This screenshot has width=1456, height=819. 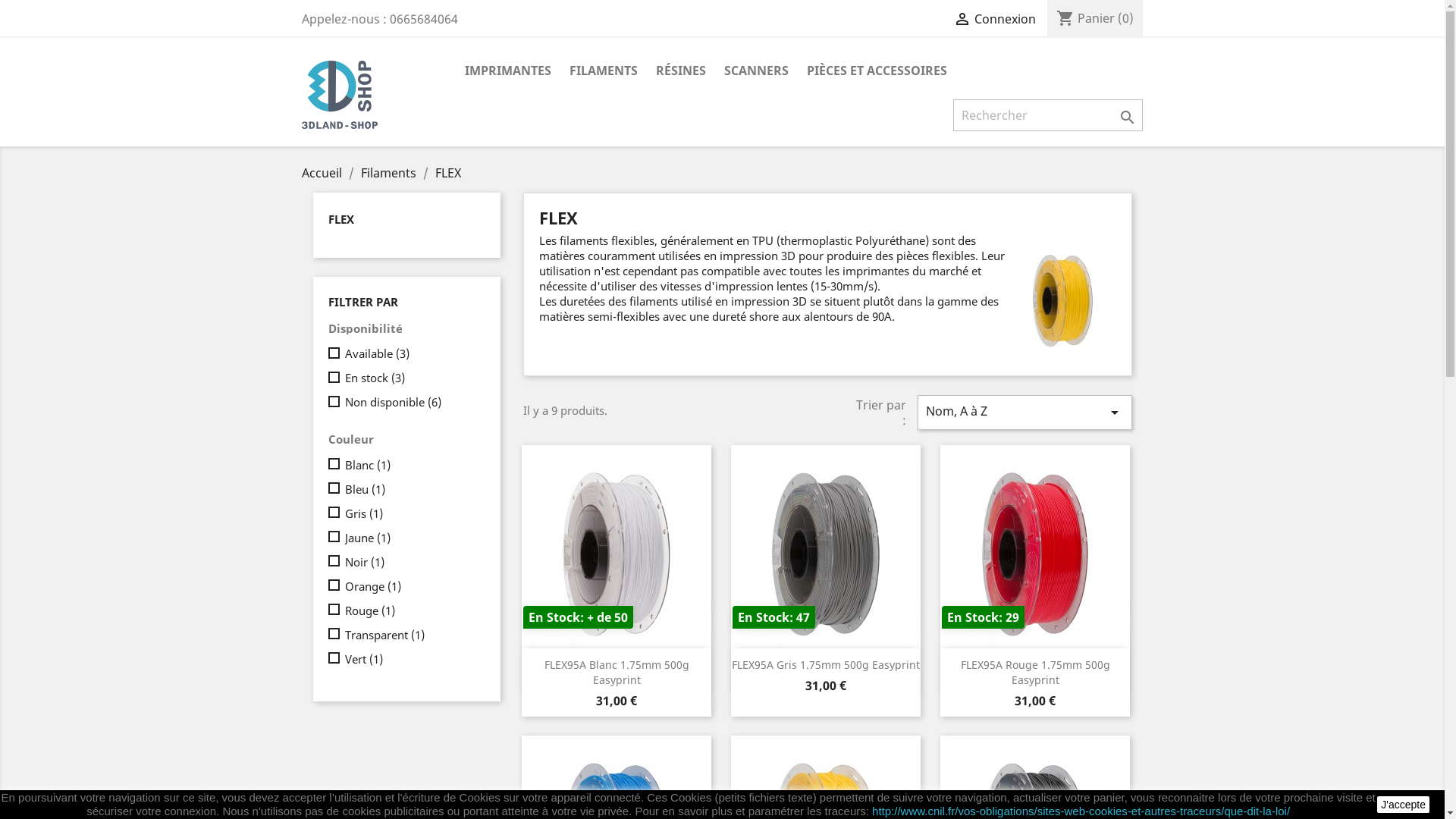 I want to click on 'Non disponible (6)', so click(x=411, y=400).